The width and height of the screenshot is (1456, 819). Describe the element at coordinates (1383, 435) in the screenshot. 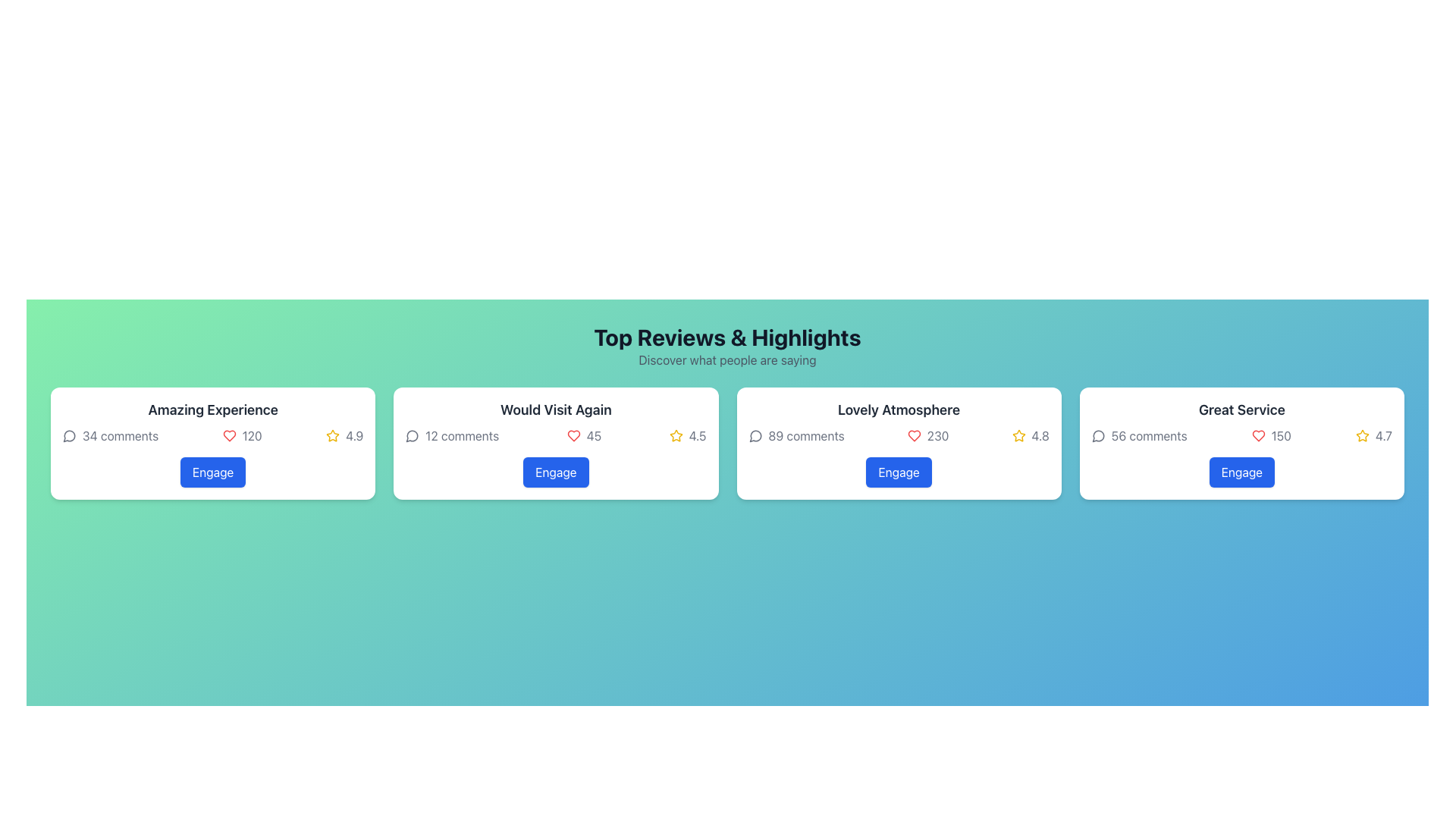

I see `the text display element showing the rating '4.7', which is gray in color and located adjacent to a star icon within the 'Great Service' review card` at that location.